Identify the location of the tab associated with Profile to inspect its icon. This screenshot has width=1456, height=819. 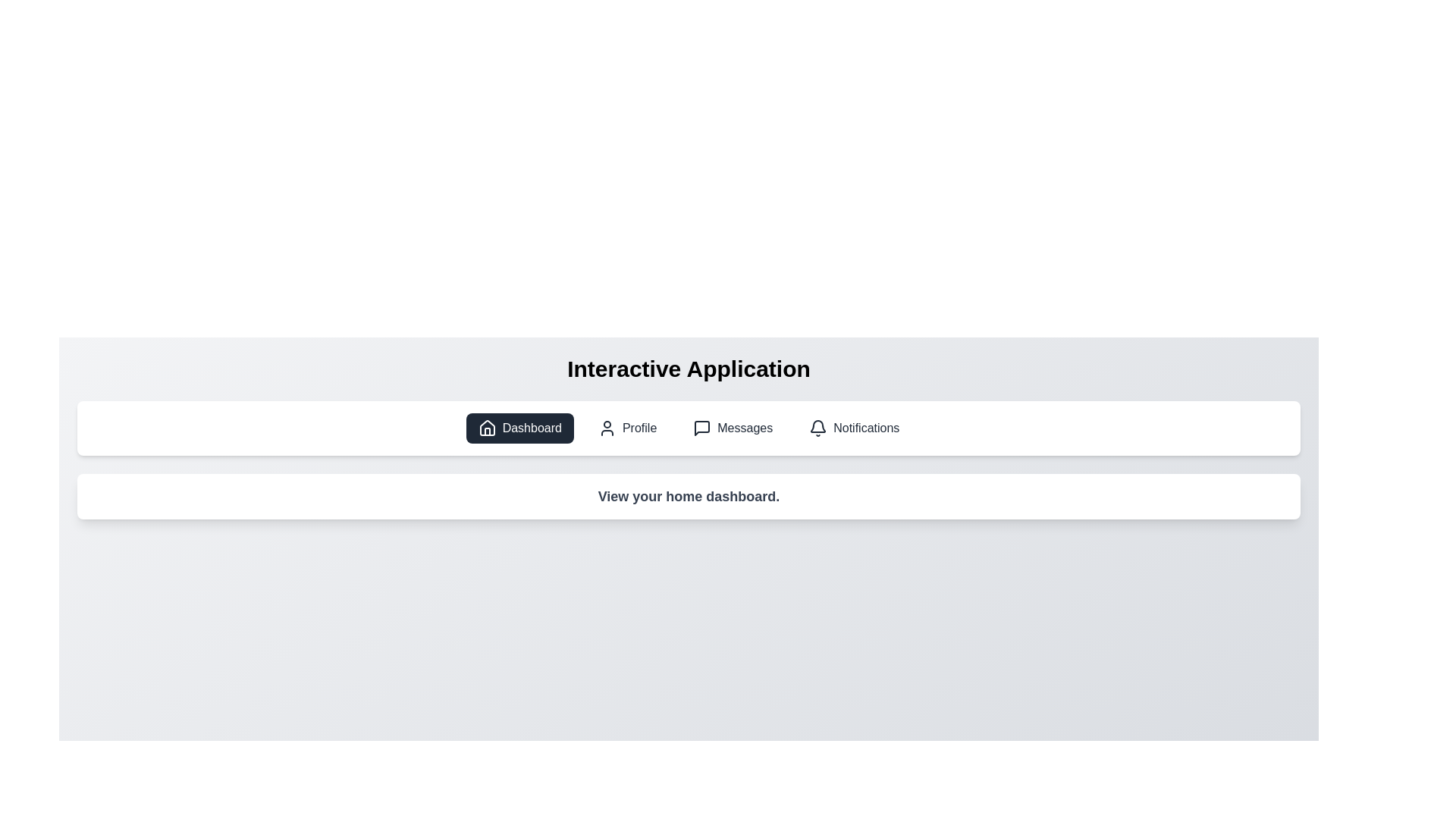
(627, 428).